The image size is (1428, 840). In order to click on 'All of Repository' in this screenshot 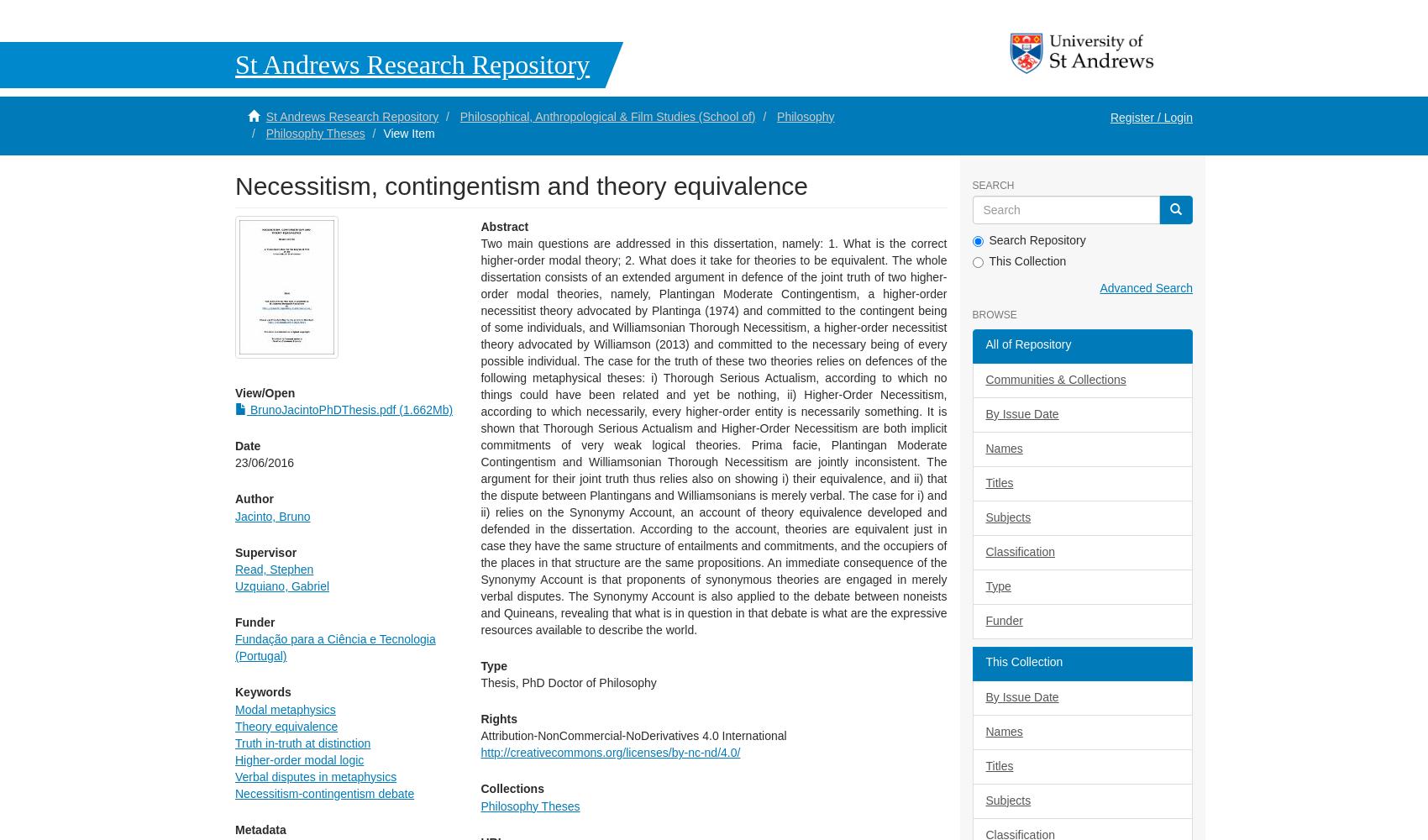, I will do `click(1027, 344)`.